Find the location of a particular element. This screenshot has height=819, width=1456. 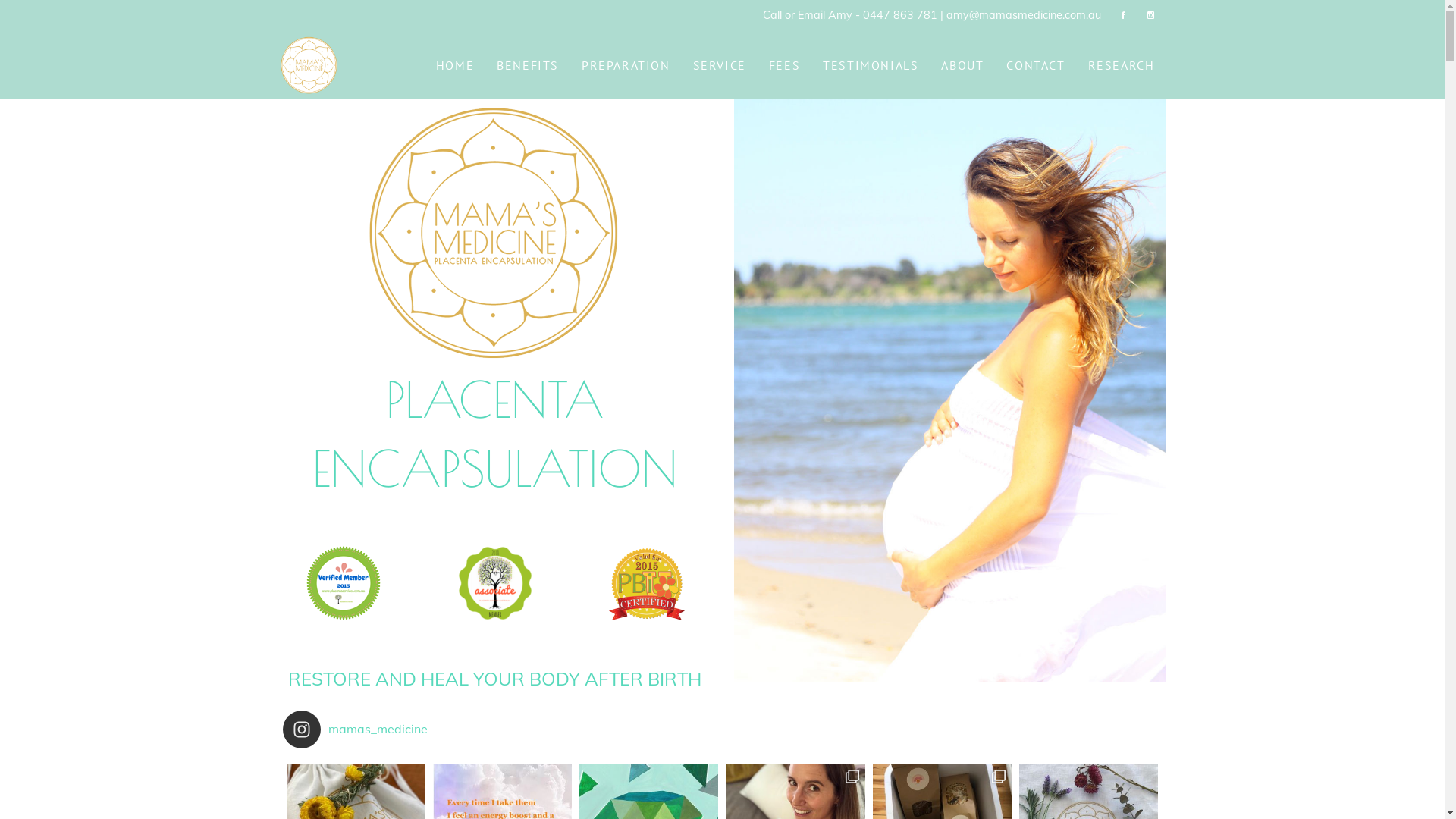

'BENEFITS' is located at coordinates (528, 64).